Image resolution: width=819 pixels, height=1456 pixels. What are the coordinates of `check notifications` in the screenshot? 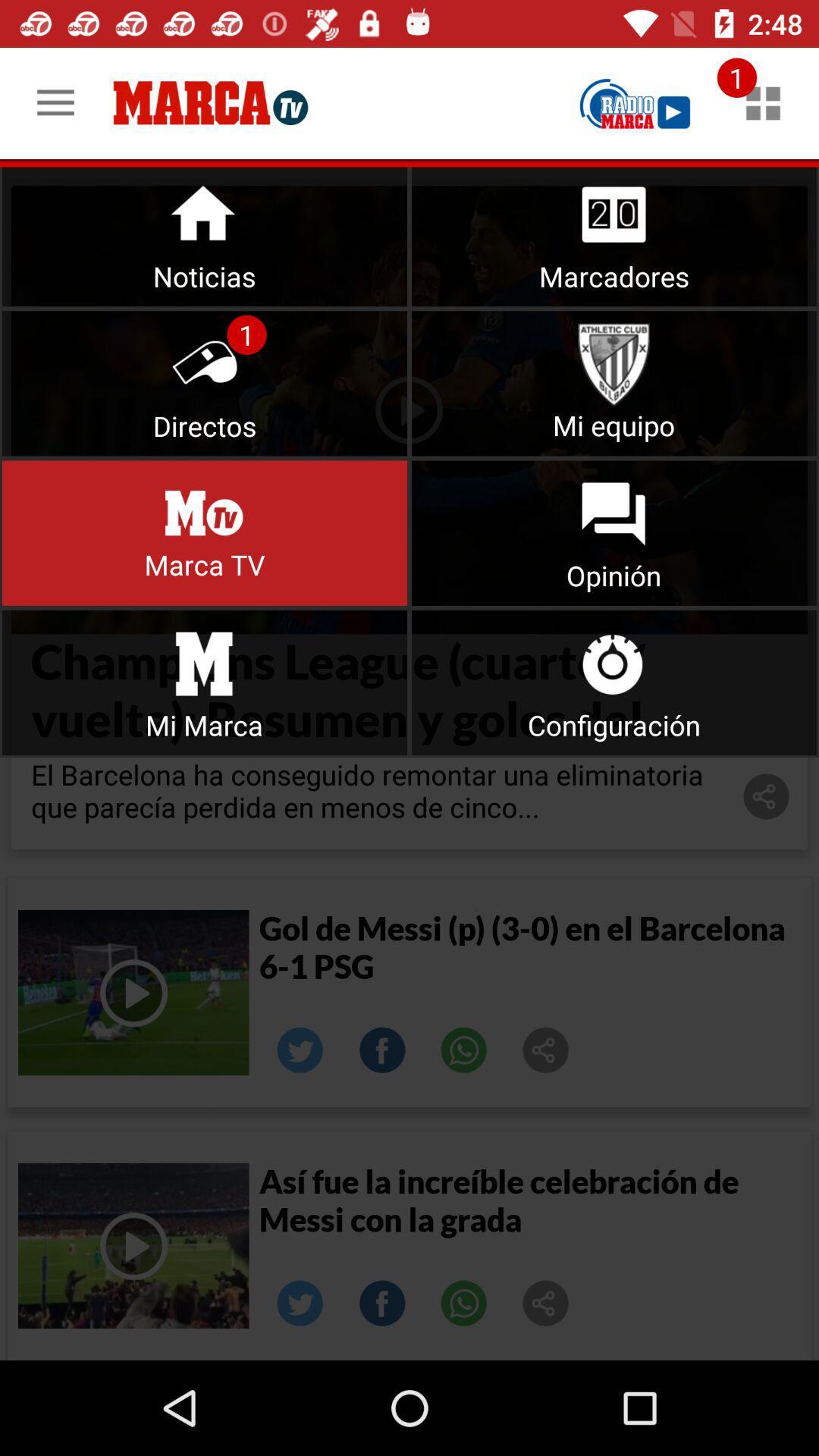 It's located at (763, 102).